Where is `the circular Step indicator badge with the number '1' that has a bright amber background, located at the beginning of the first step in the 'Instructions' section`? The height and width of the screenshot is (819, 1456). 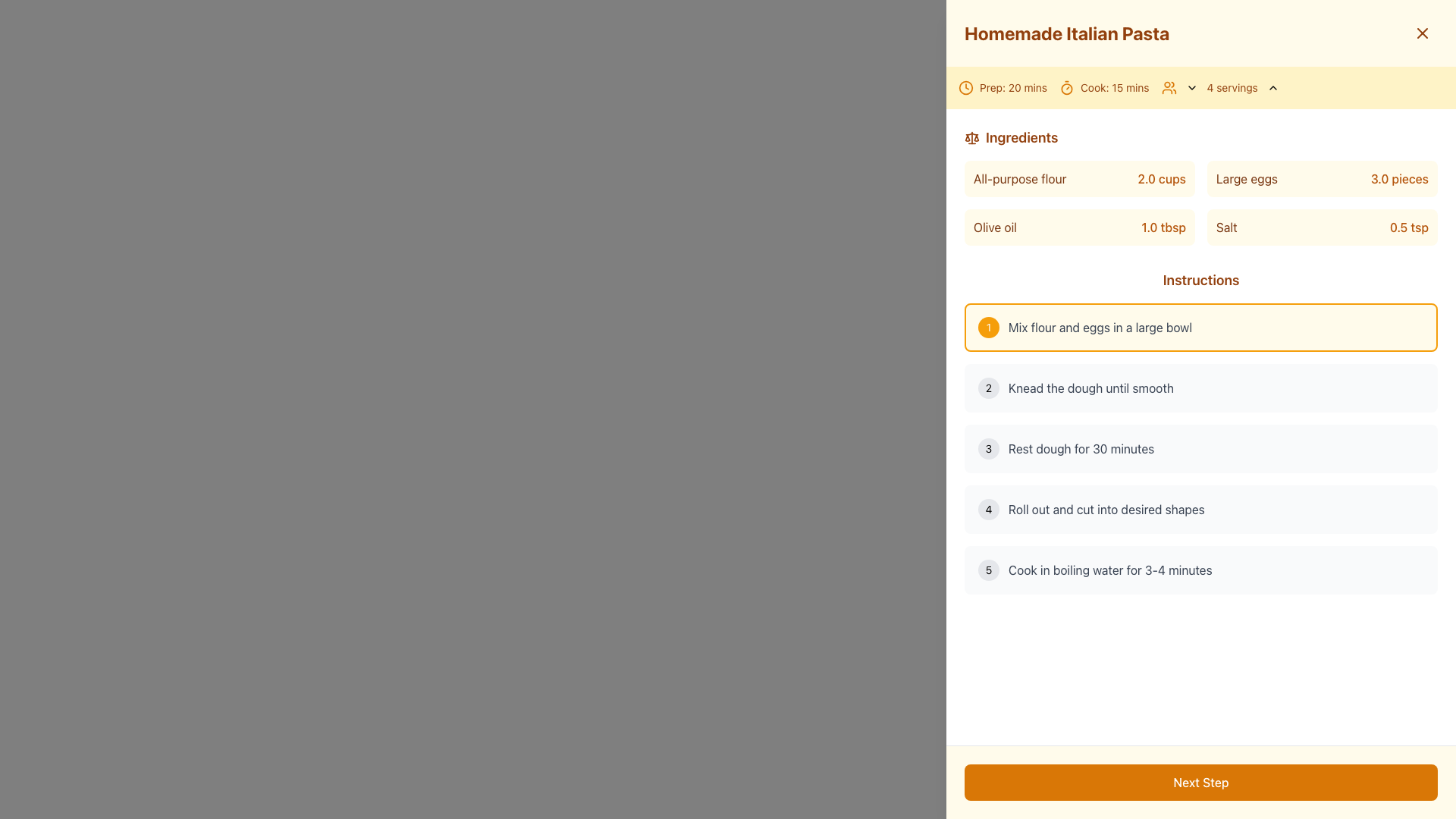 the circular Step indicator badge with the number '1' that has a bright amber background, located at the beginning of the first step in the 'Instructions' section is located at coordinates (989, 327).